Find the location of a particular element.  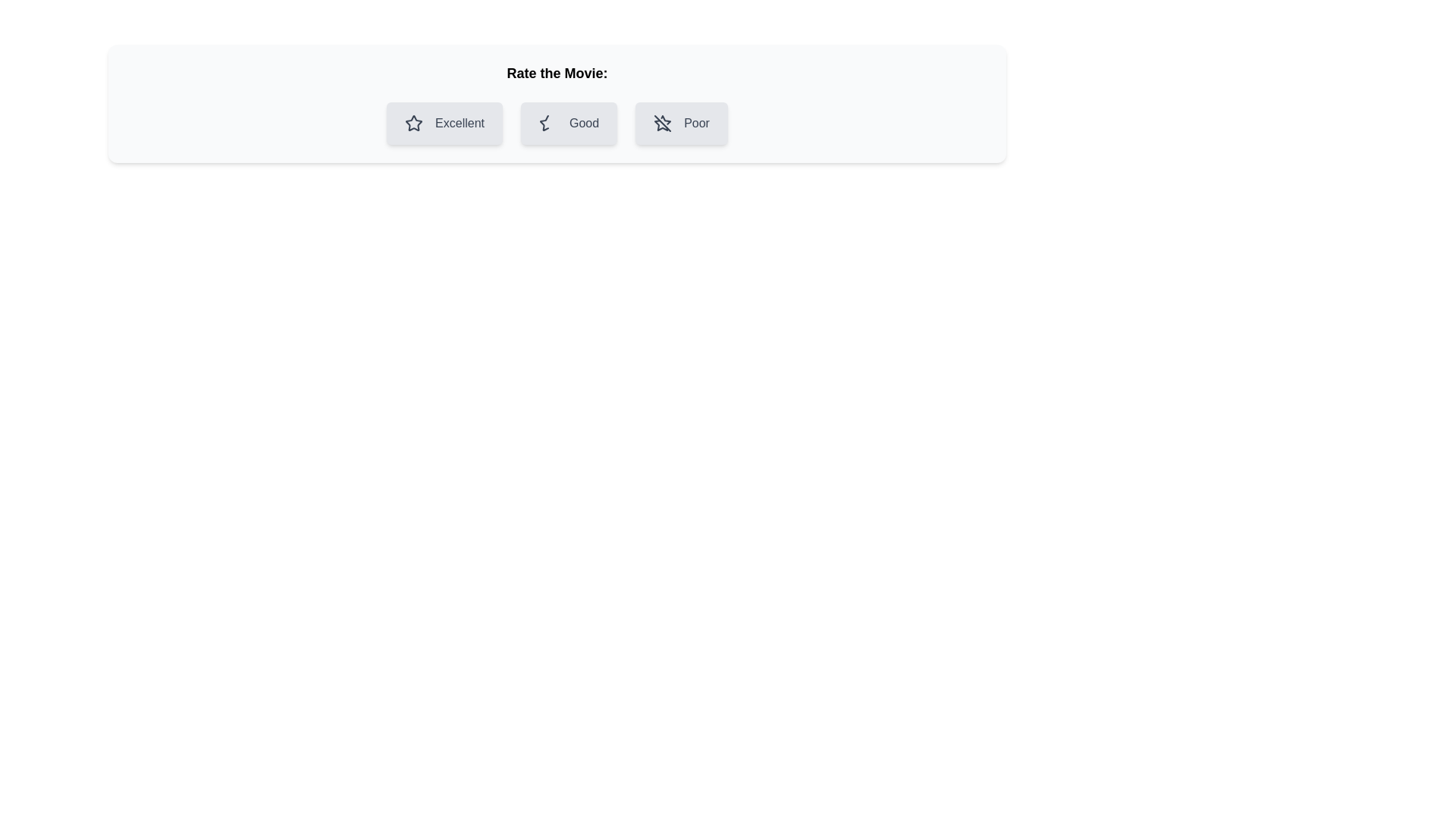

the chip labeled Poor to observe its hover state is located at coordinates (680, 122).